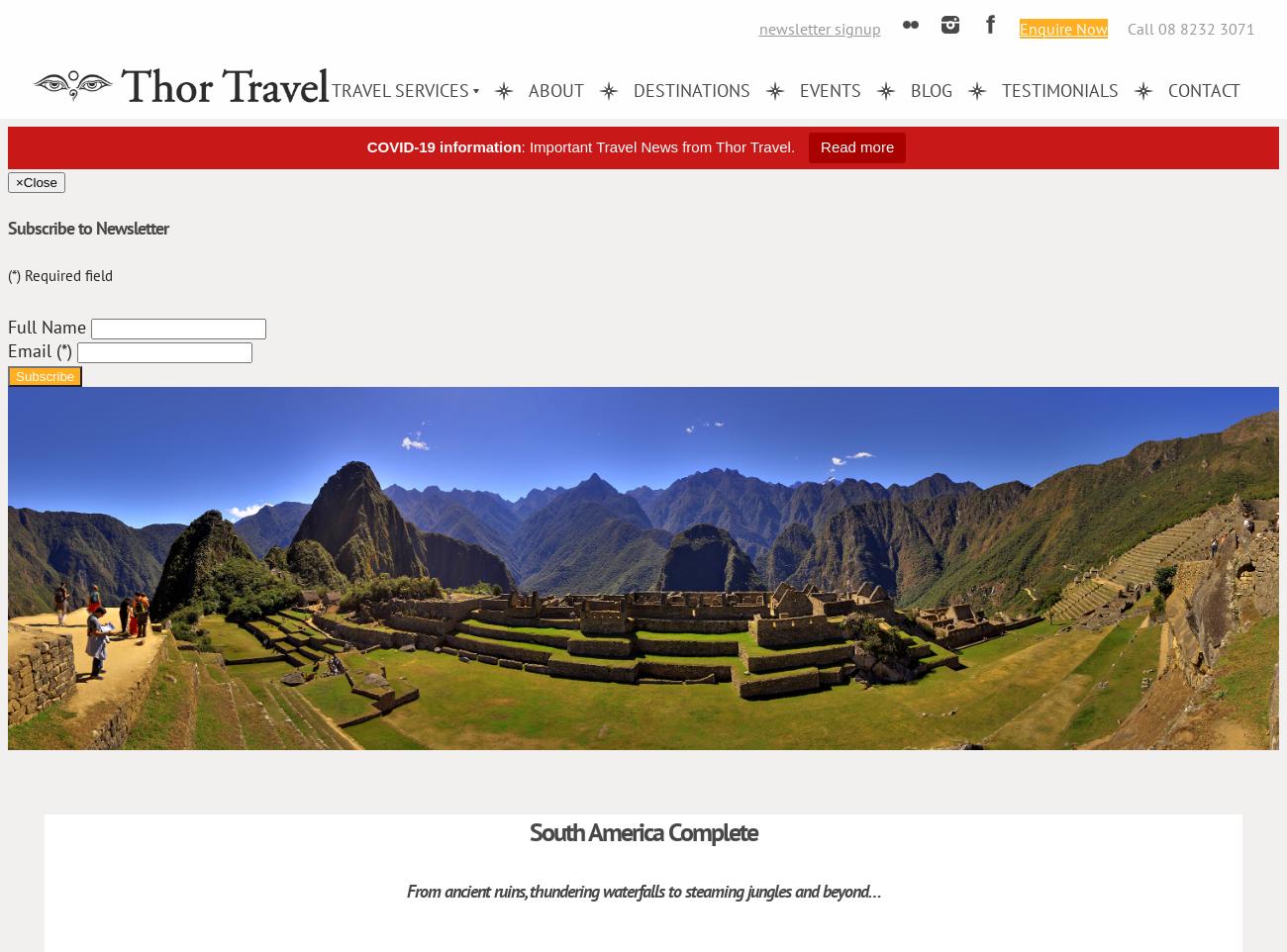 This screenshot has height=952, width=1287. I want to click on ':  Important Travel News from Thor Travel.', so click(656, 146).